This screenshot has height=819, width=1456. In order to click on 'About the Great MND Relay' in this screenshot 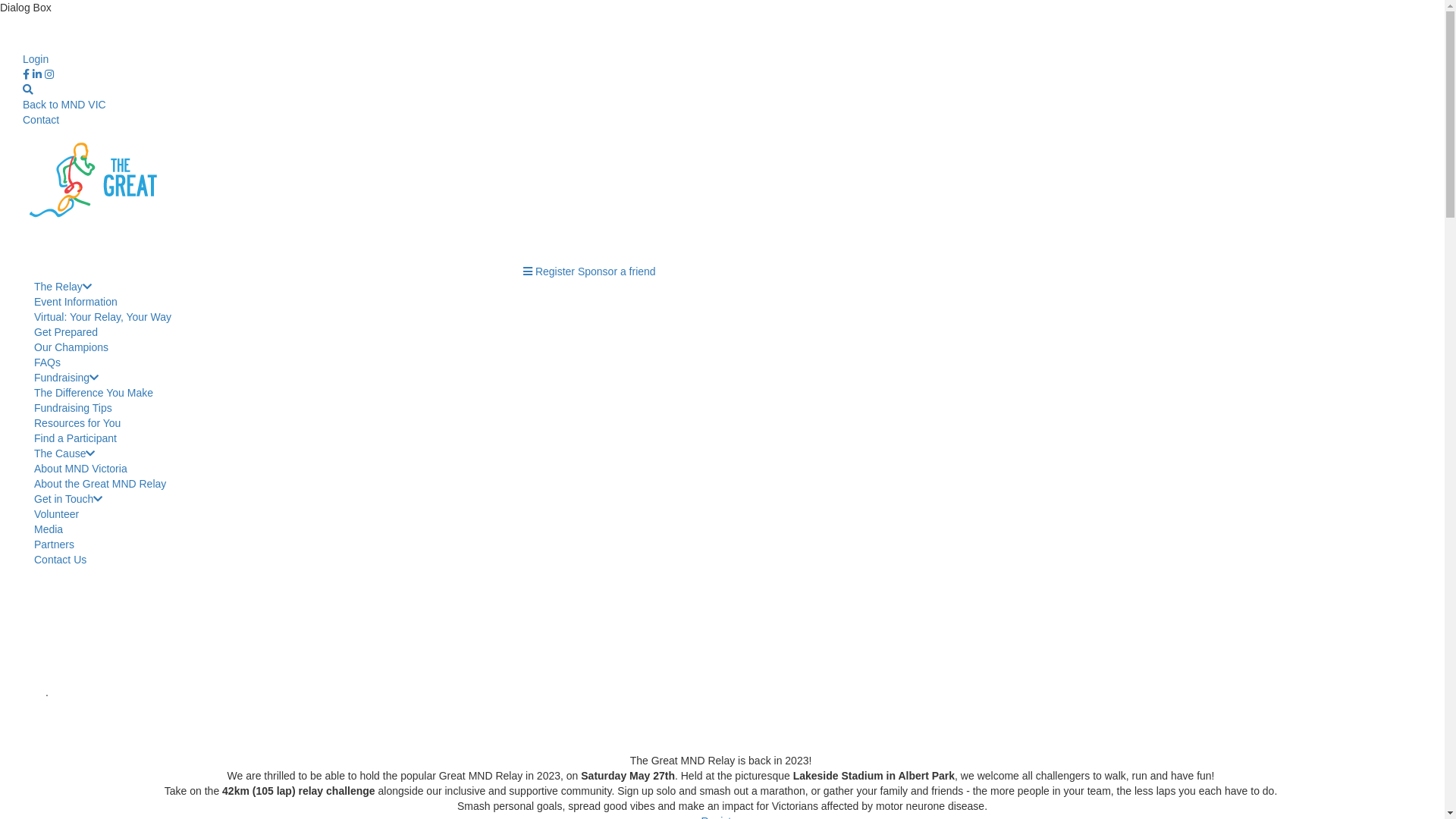, I will do `click(99, 483)`.